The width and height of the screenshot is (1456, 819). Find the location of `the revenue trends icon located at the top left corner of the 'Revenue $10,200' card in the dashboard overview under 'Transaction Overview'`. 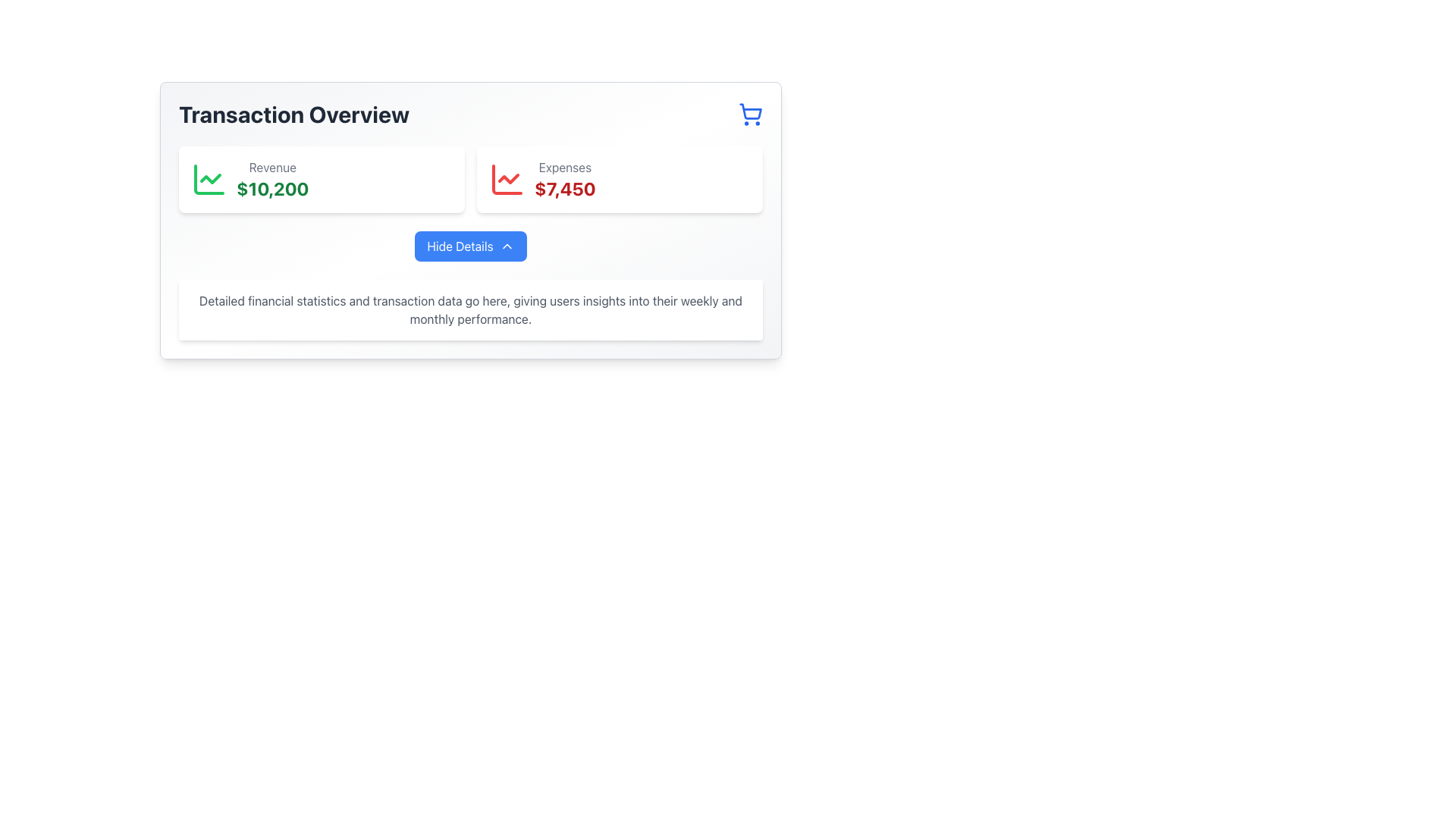

the revenue trends icon located at the top left corner of the 'Revenue $10,200' card in the dashboard overview under 'Transaction Overview' is located at coordinates (208, 178).